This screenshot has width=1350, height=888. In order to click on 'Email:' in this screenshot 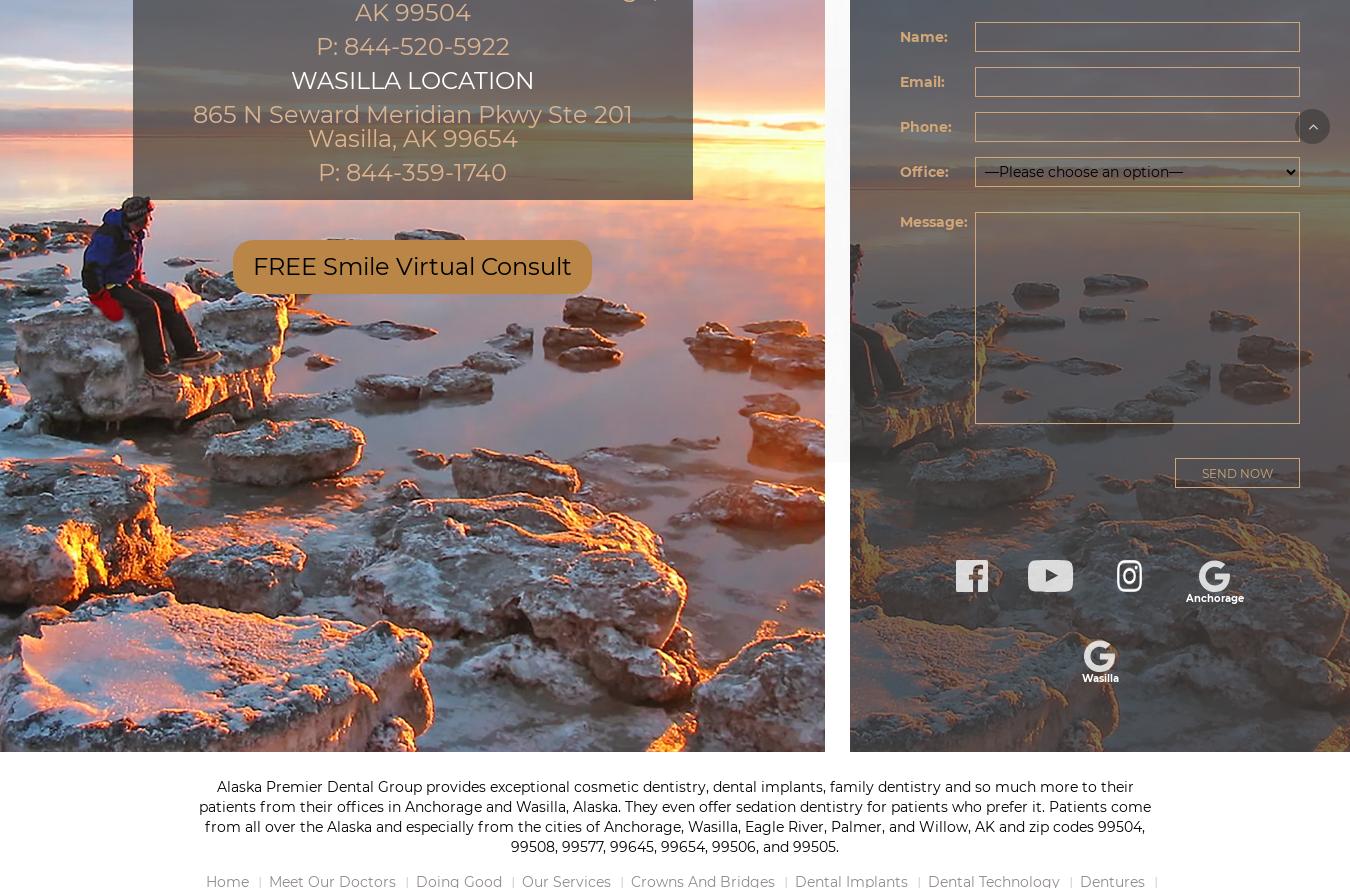, I will do `click(921, 79)`.